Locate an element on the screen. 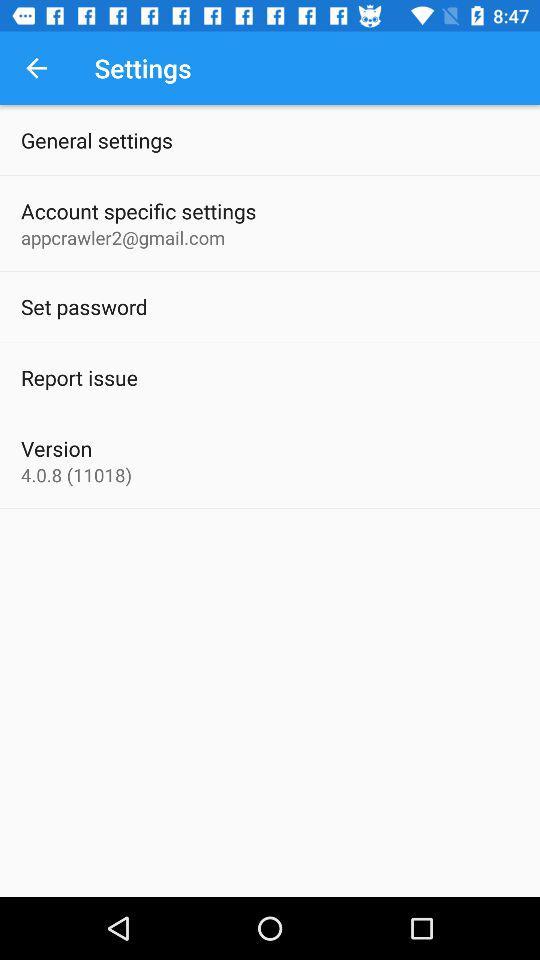 Image resolution: width=540 pixels, height=960 pixels. icon above the general settings is located at coordinates (36, 68).